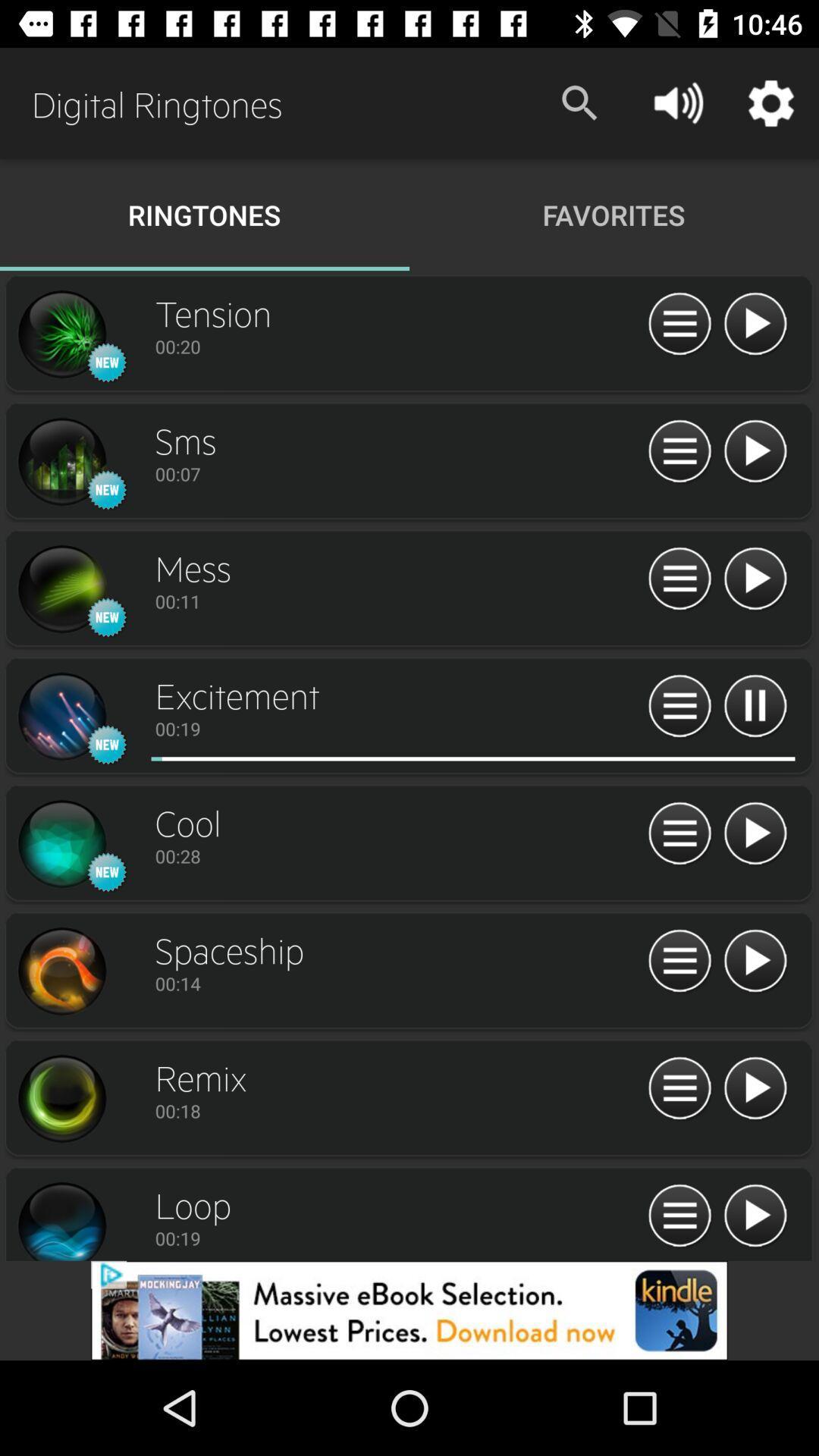  What do you see at coordinates (679, 324) in the screenshot?
I see `see more` at bounding box center [679, 324].